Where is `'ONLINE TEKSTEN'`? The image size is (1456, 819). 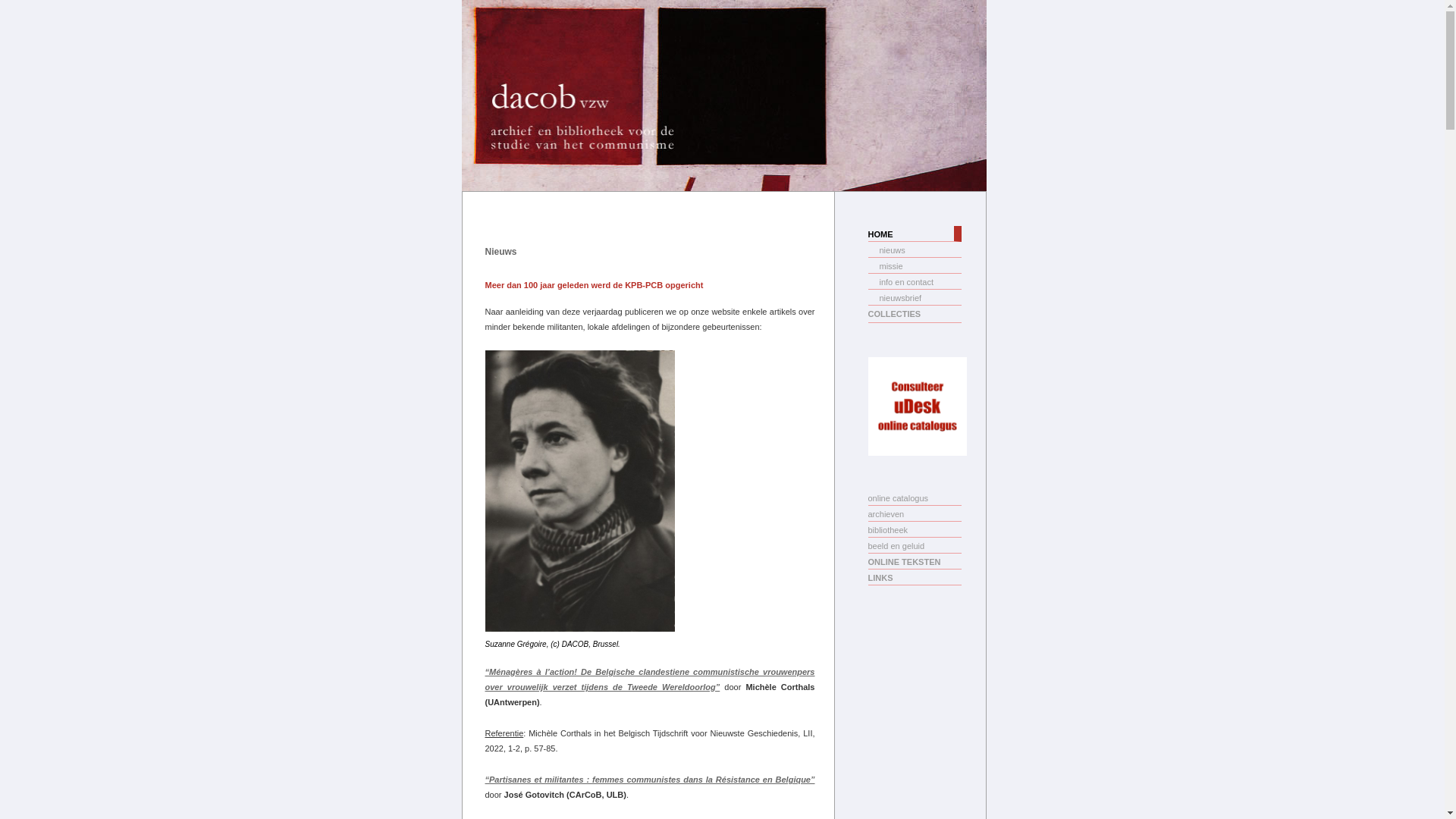 'ONLINE TEKSTEN' is located at coordinates (913, 561).